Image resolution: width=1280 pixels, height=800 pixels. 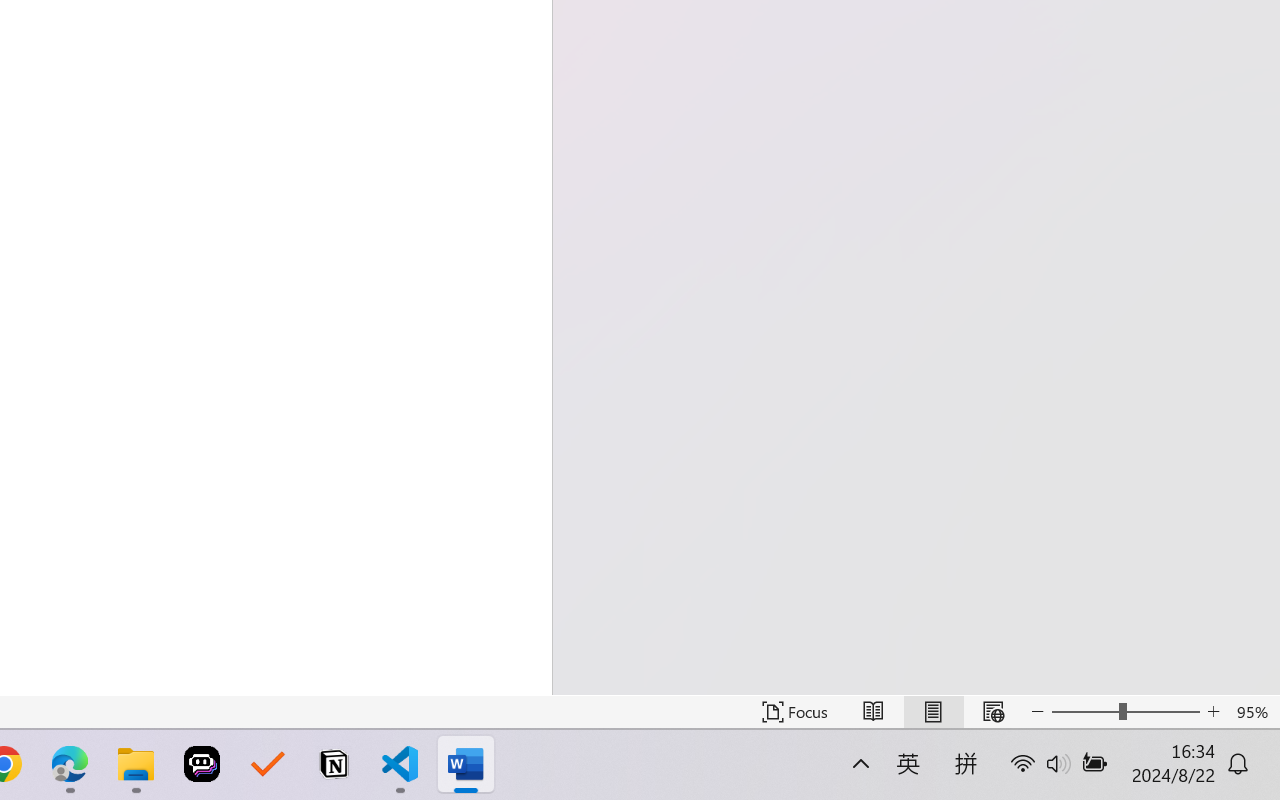 I want to click on 'Zoom 95%', so click(x=1252, y=711).